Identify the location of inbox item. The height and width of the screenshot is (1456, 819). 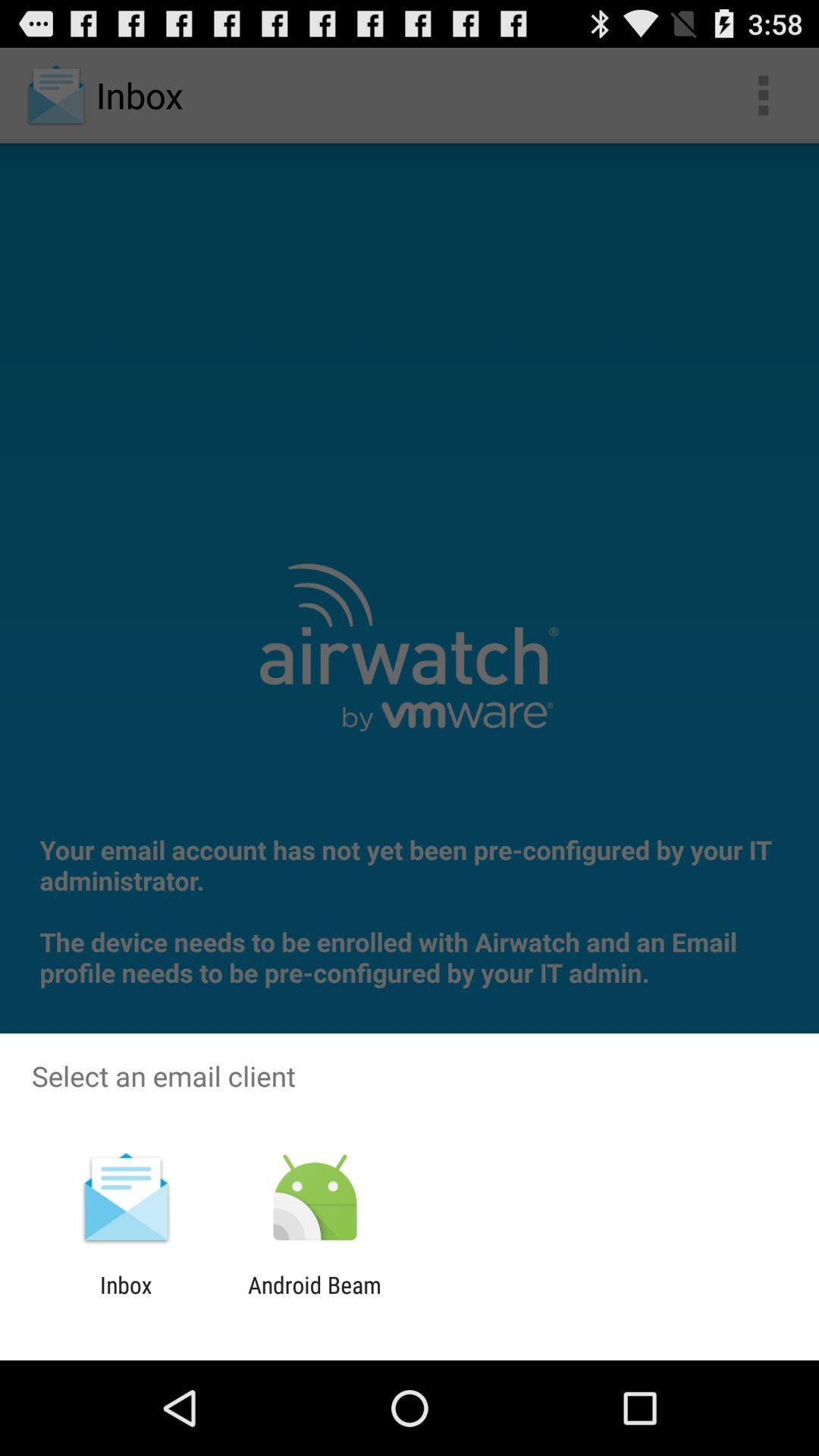
(125, 1298).